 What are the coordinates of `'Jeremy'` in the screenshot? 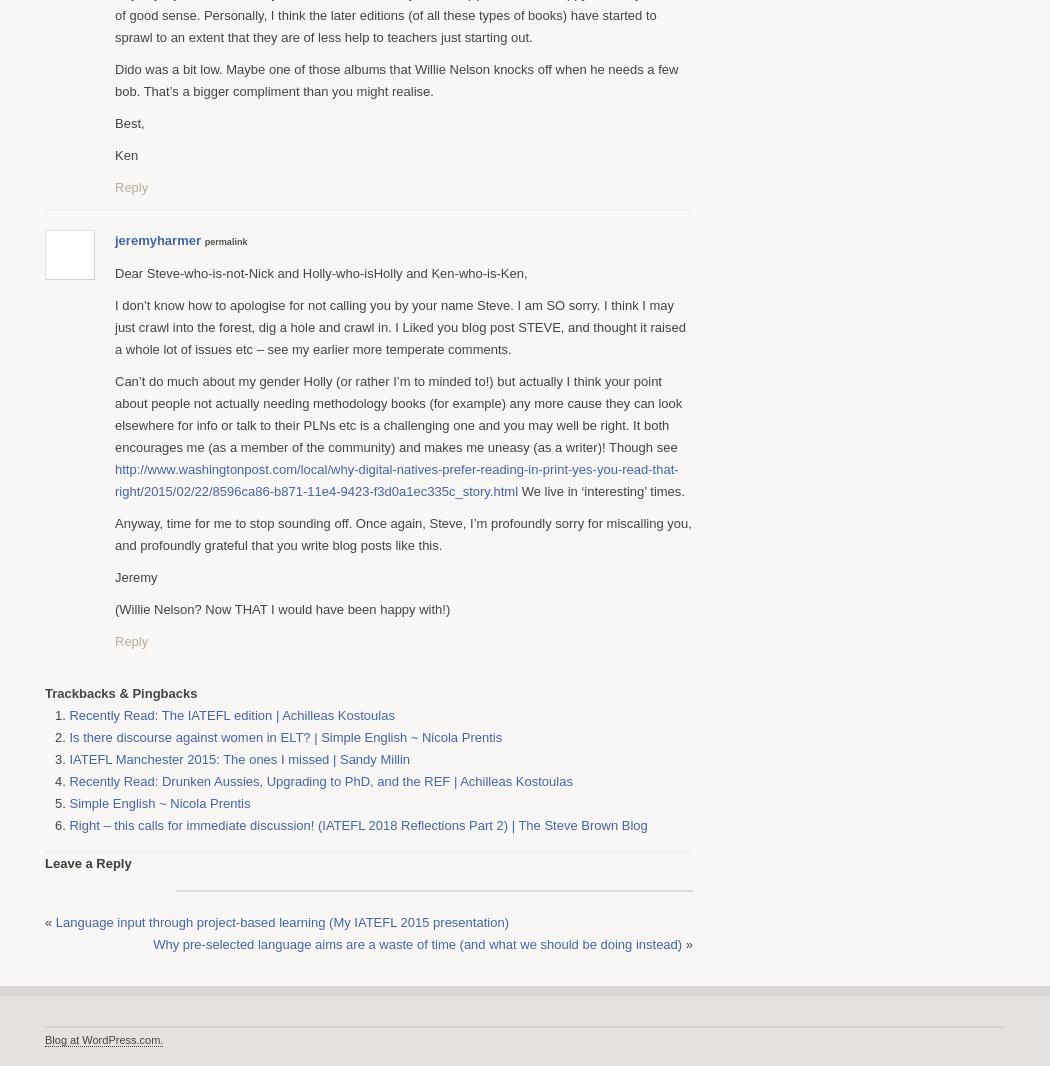 It's located at (134, 575).